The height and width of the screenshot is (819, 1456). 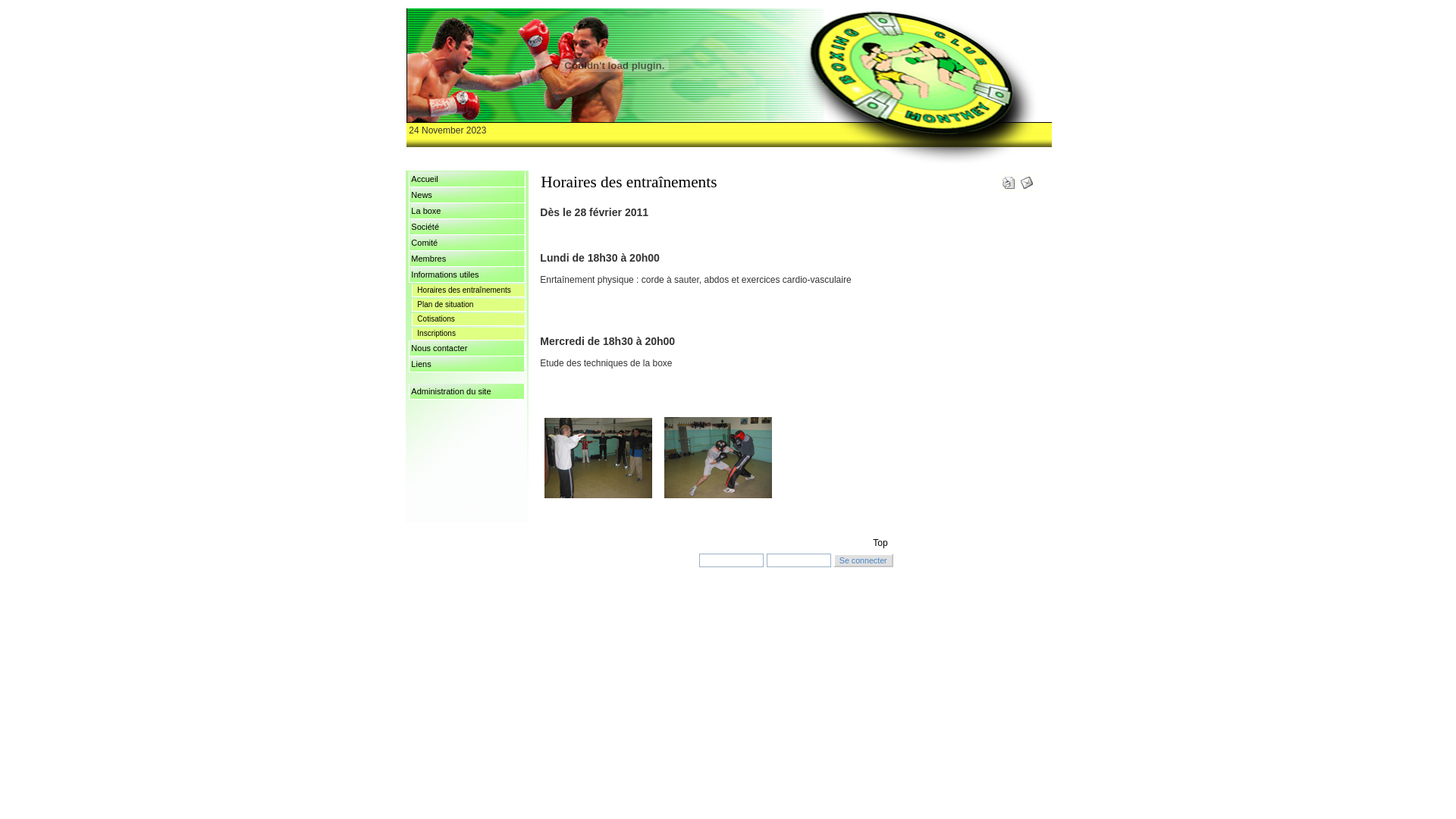 I want to click on 'Inscriptions', so click(x=468, y=333).